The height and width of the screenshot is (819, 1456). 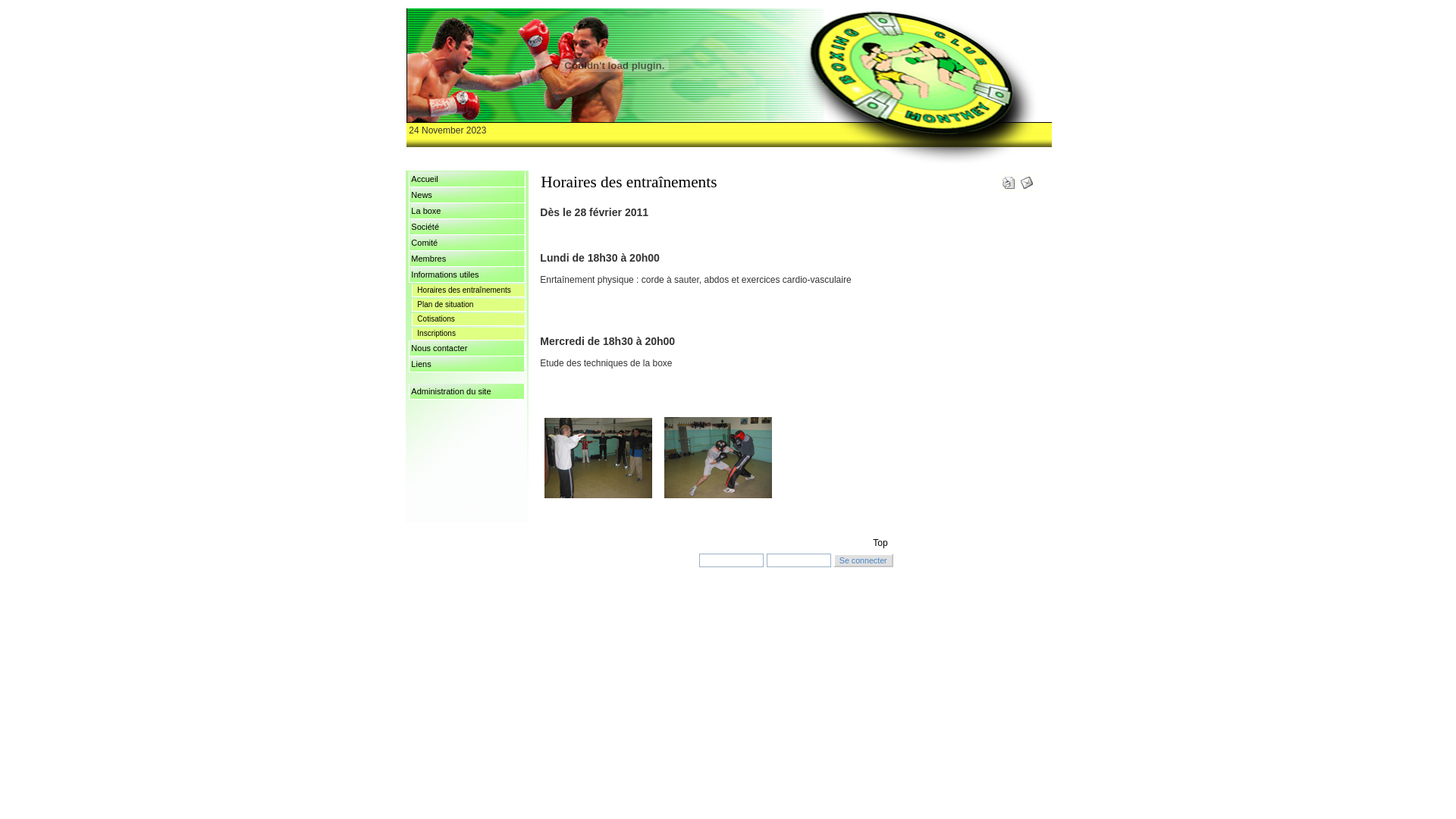 I want to click on 'Inscriptions', so click(x=468, y=333).